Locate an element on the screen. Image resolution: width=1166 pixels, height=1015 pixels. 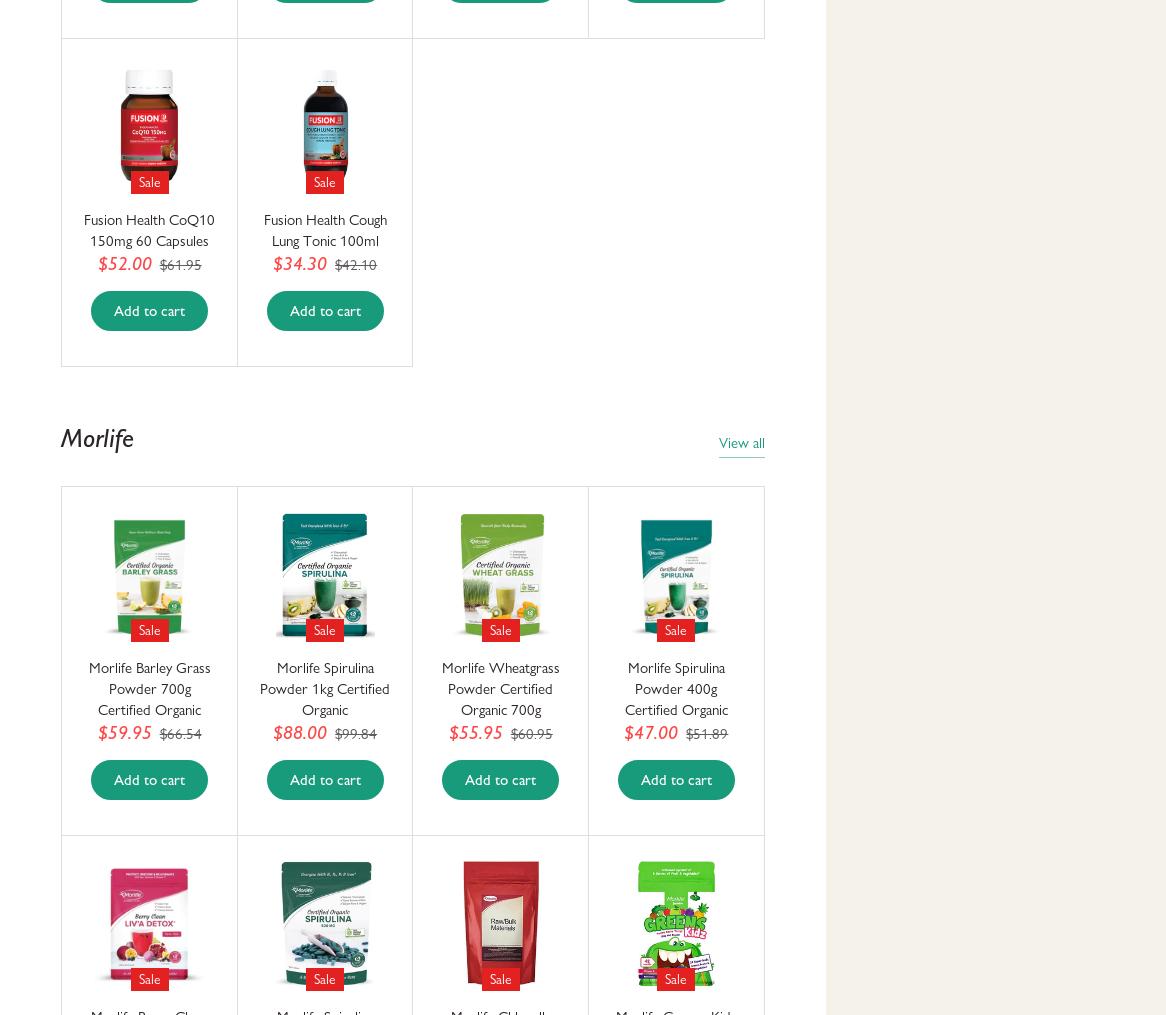
'Morlife Barley Grass Powder 700g Certified Organic' is located at coordinates (149, 688).